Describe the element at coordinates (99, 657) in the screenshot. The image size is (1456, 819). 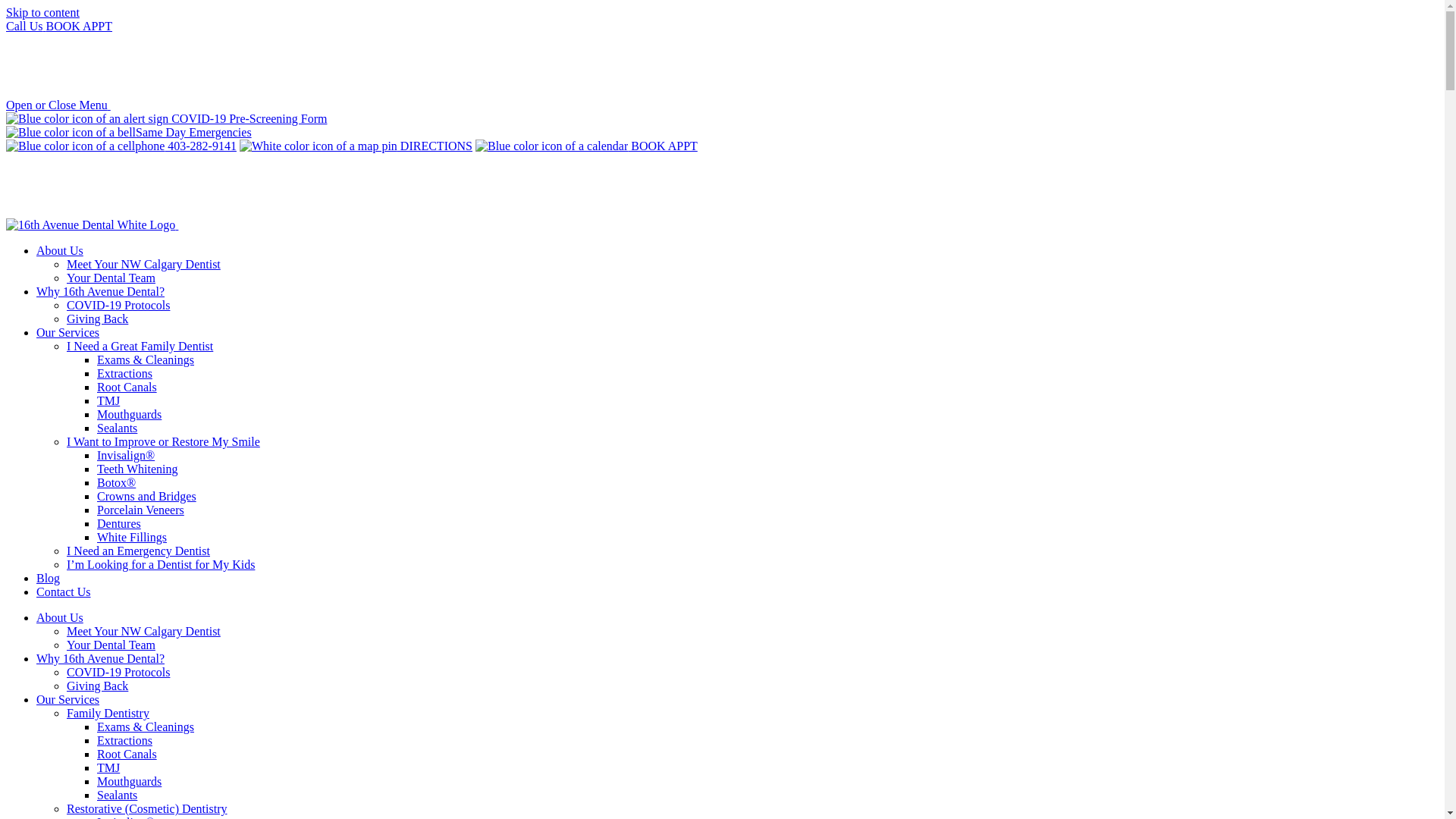
I see `'Why 16th Avenue Dental?'` at that location.